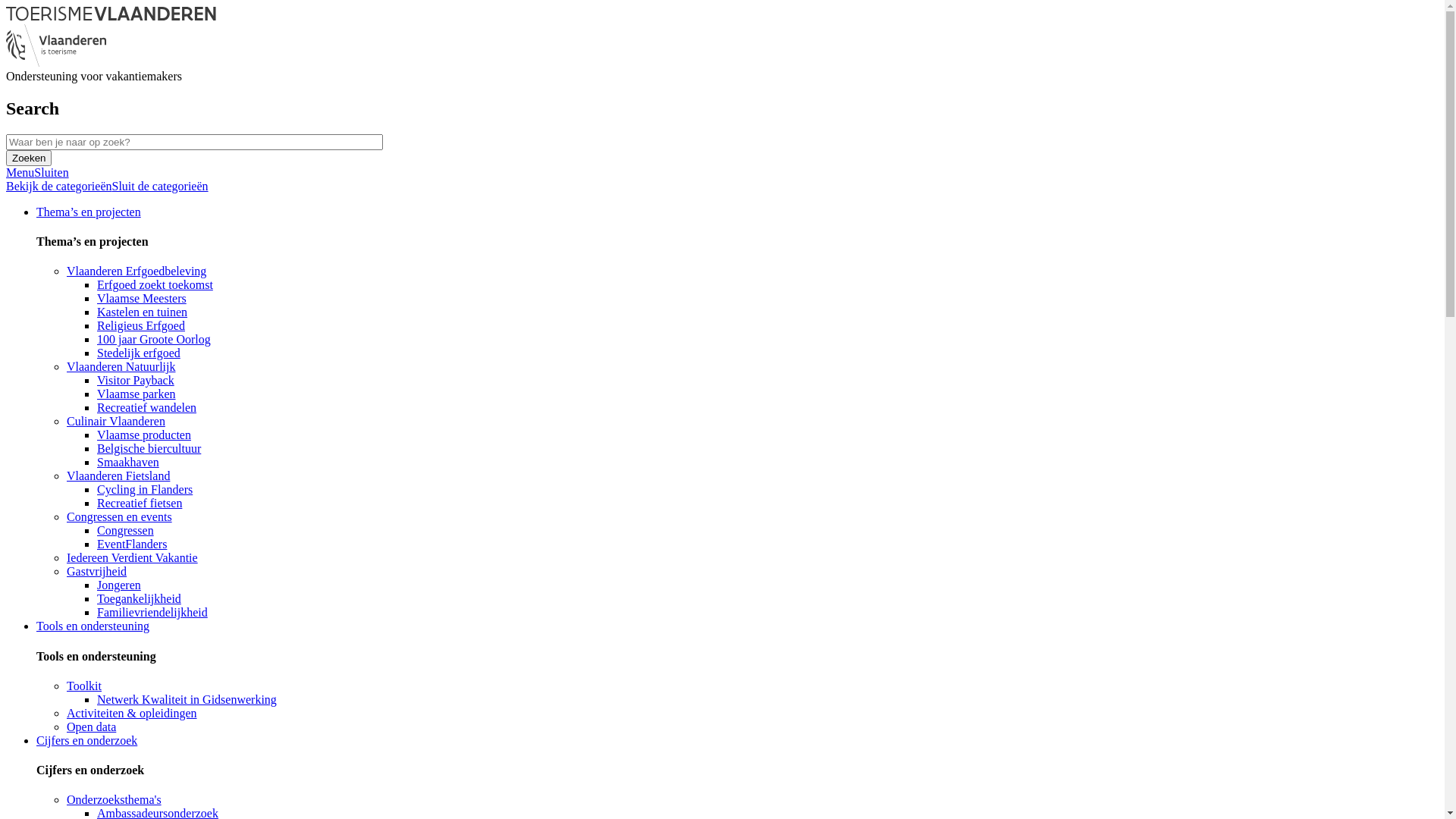 This screenshot has width=1456, height=819. What do you see at coordinates (115, 421) in the screenshot?
I see `'Culinair Vlaanderen'` at bounding box center [115, 421].